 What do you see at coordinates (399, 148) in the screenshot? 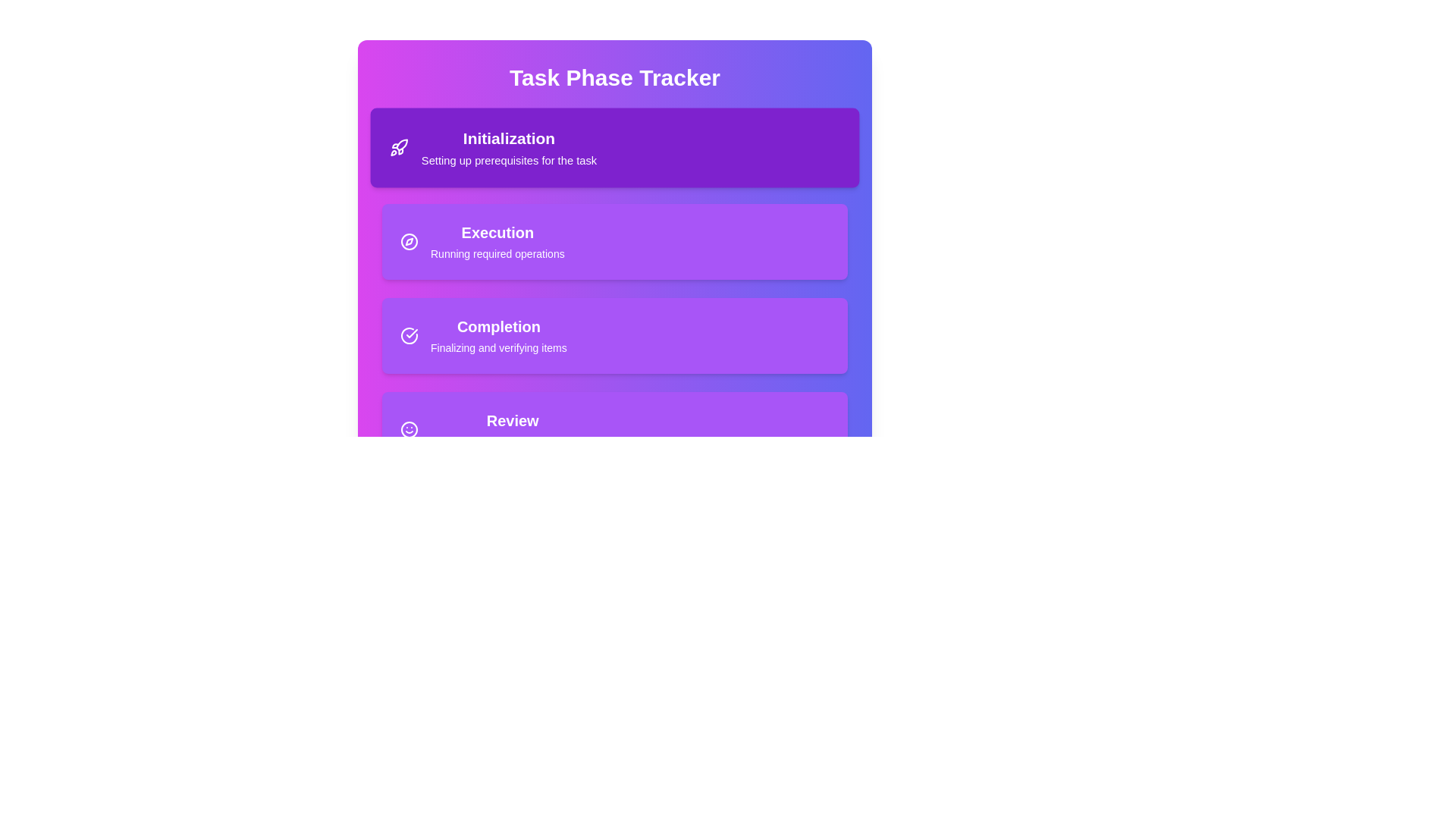
I see `the rocket icon, which is a minimalist SVG graphic located next to the 'Initialization' label within a purple rectangular card` at bounding box center [399, 148].